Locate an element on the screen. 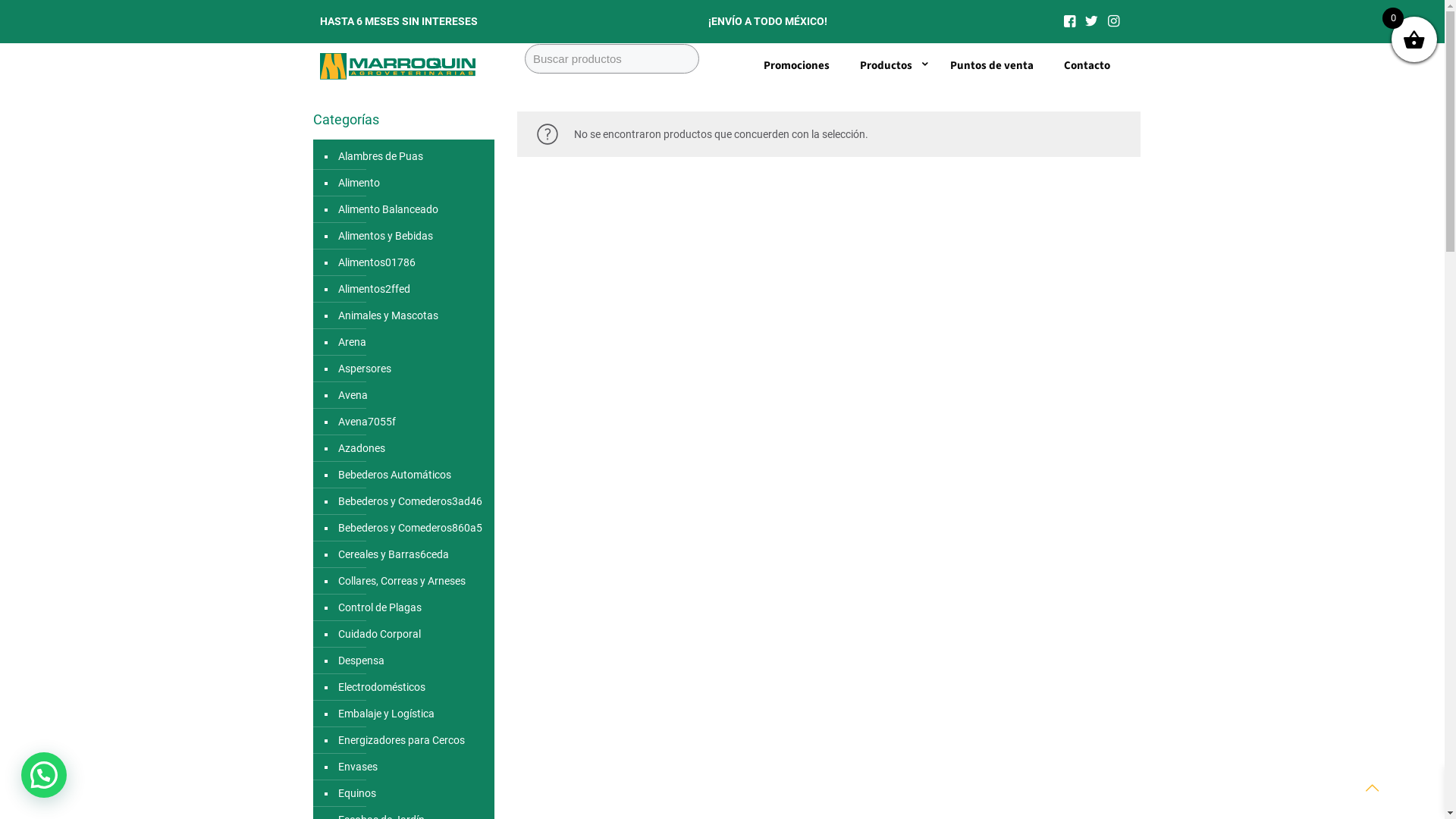  'Cuidado Corporal' is located at coordinates (411, 634).